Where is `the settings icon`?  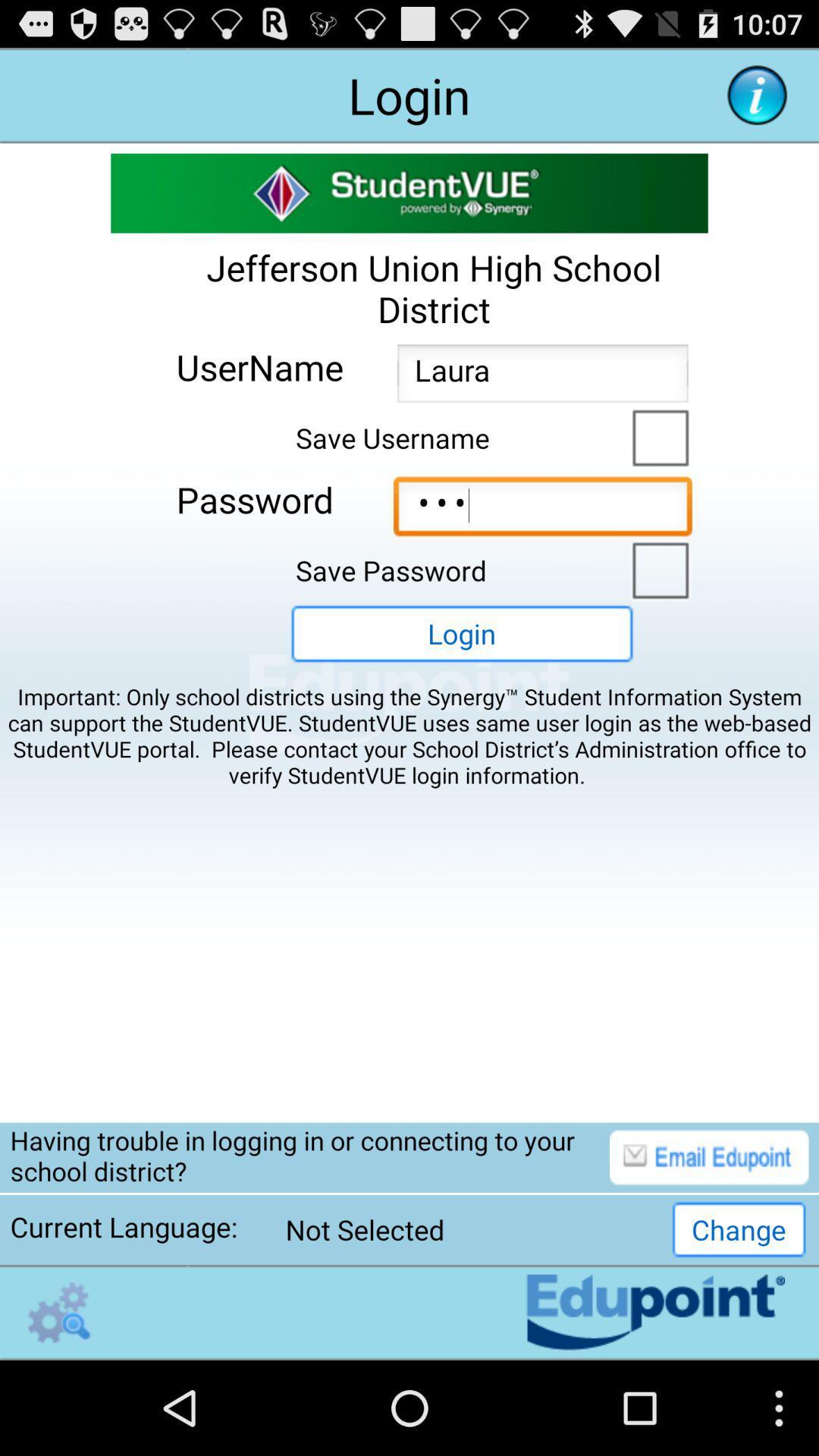
the settings icon is located at coordinates (58, 1404).